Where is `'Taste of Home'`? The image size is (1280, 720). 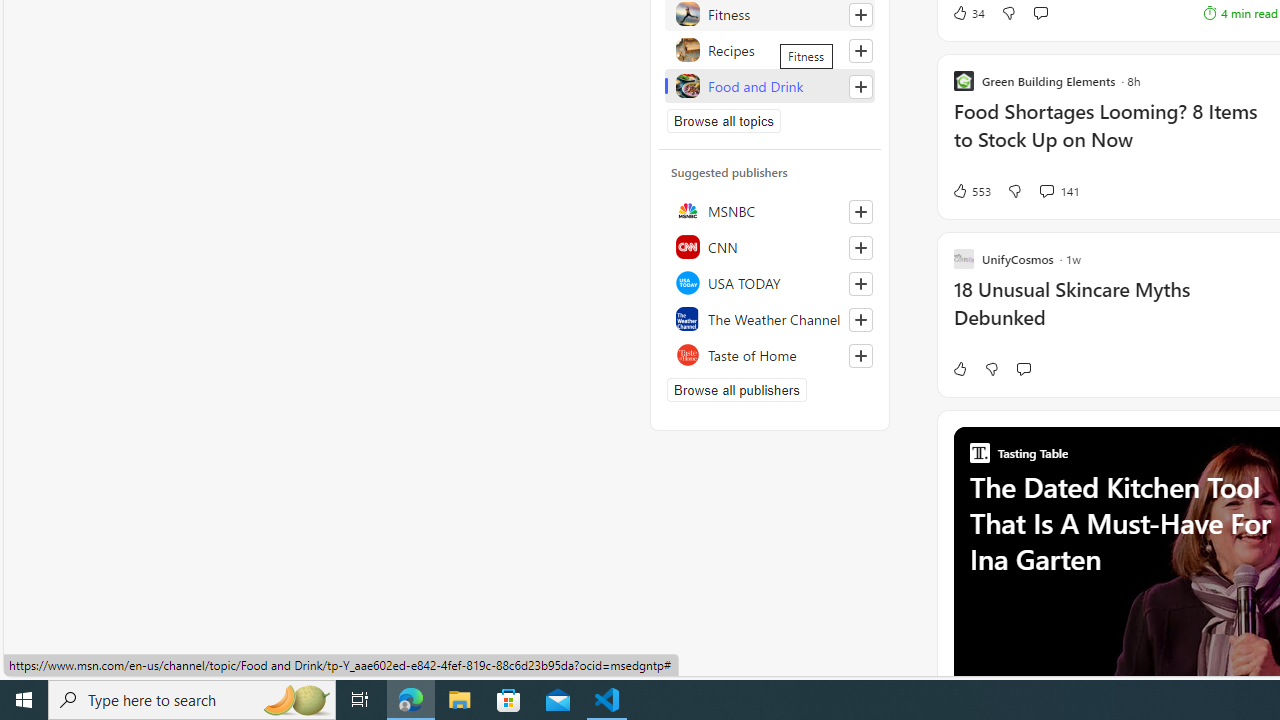 'Taste of Home' is located at coordinates (769, 353).